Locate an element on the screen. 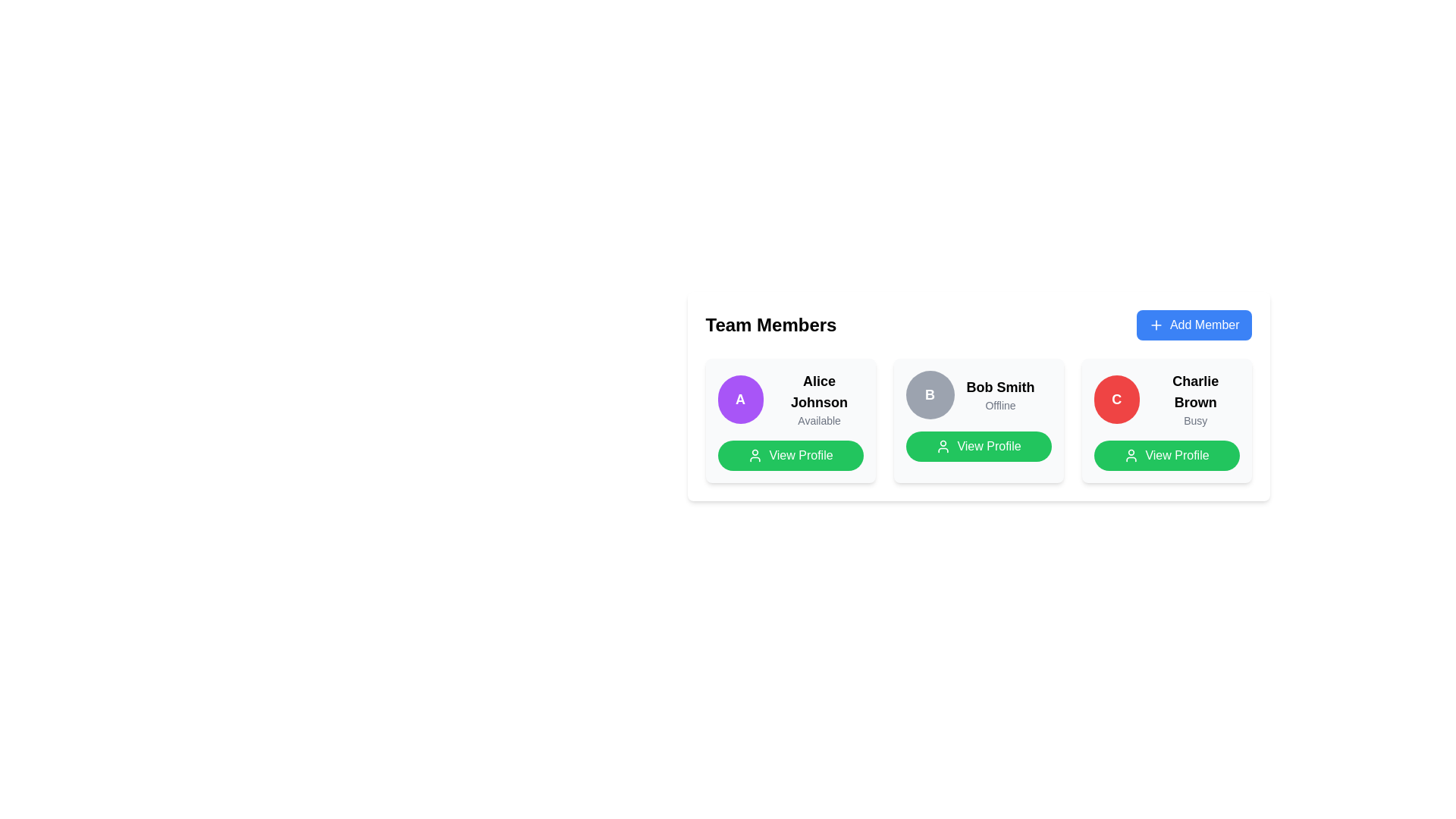  the profile icon located within the 'View Profile' button for Charlie Brown, which is positioned in the rightmost column of the layout, to enhance semantic clarity is located at coordinates (1131, 455).